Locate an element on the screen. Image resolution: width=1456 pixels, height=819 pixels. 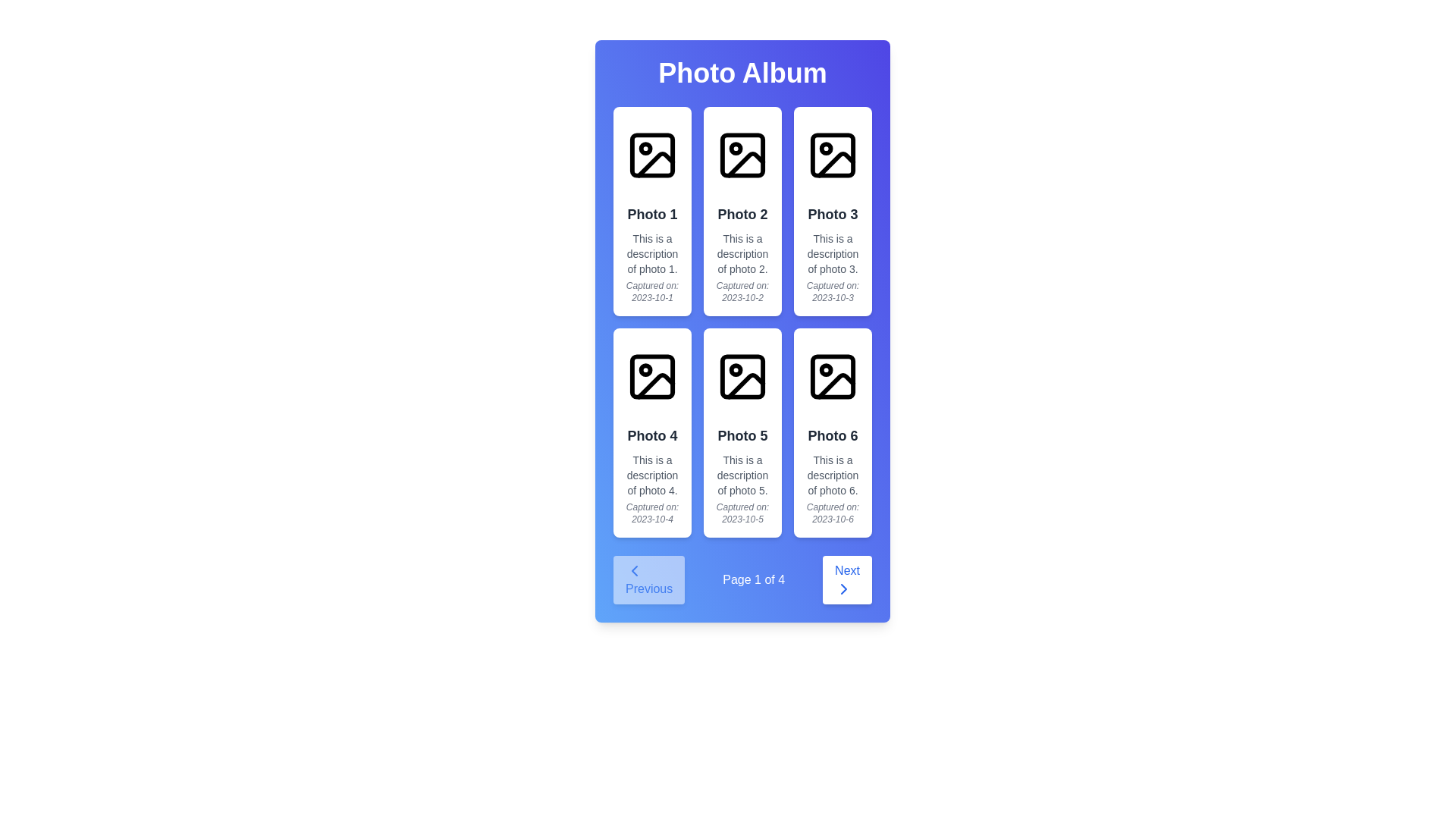
the text label displaying 'Captured on: 2023-10-1' in the bottom section of the 'Photo 1' card is located at coordinates (652, 292).